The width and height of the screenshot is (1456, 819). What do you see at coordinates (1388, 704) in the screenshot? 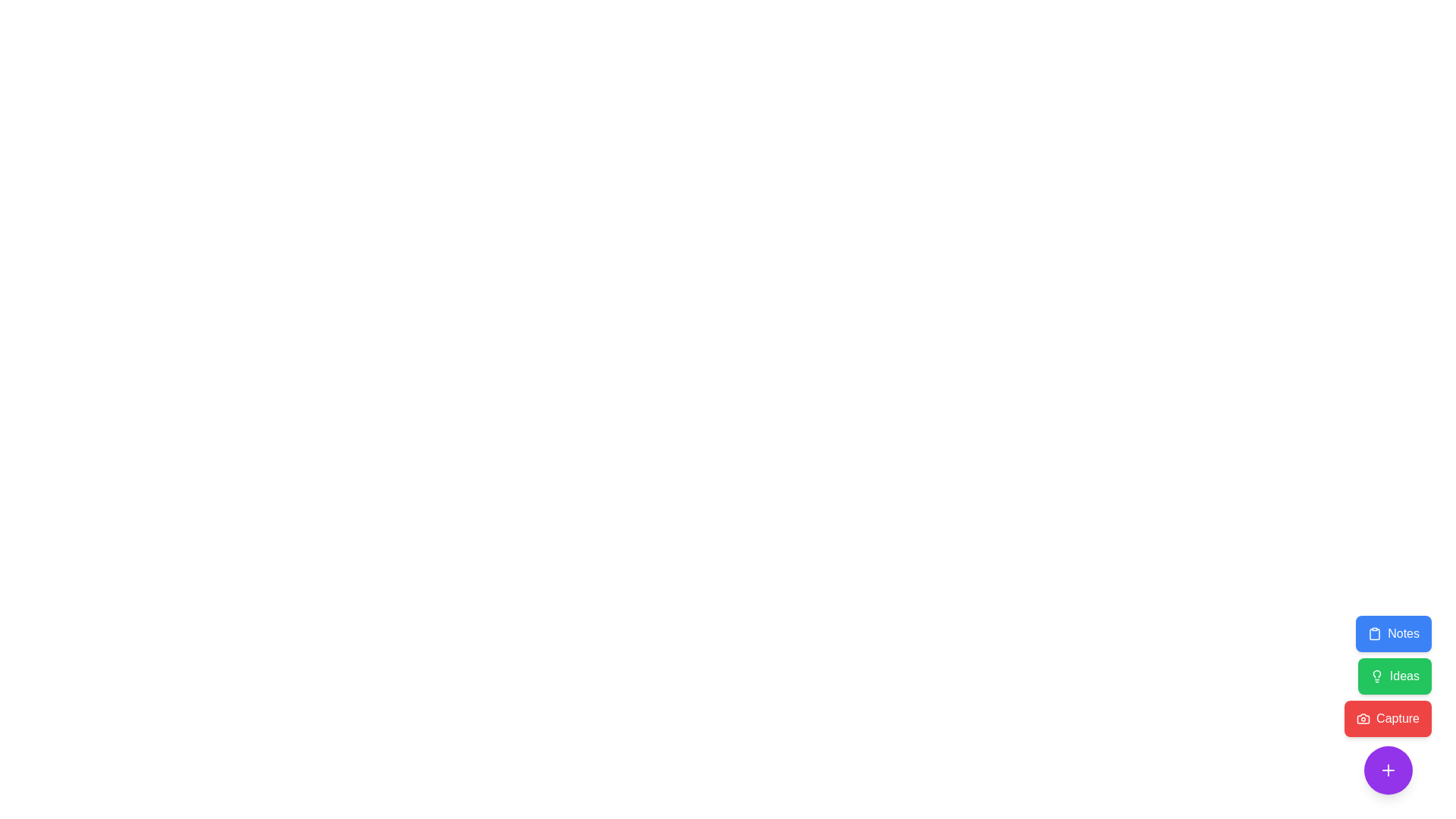
I see `the 'Capture' button with a red background and white text` at bounding box center [1388, 704].